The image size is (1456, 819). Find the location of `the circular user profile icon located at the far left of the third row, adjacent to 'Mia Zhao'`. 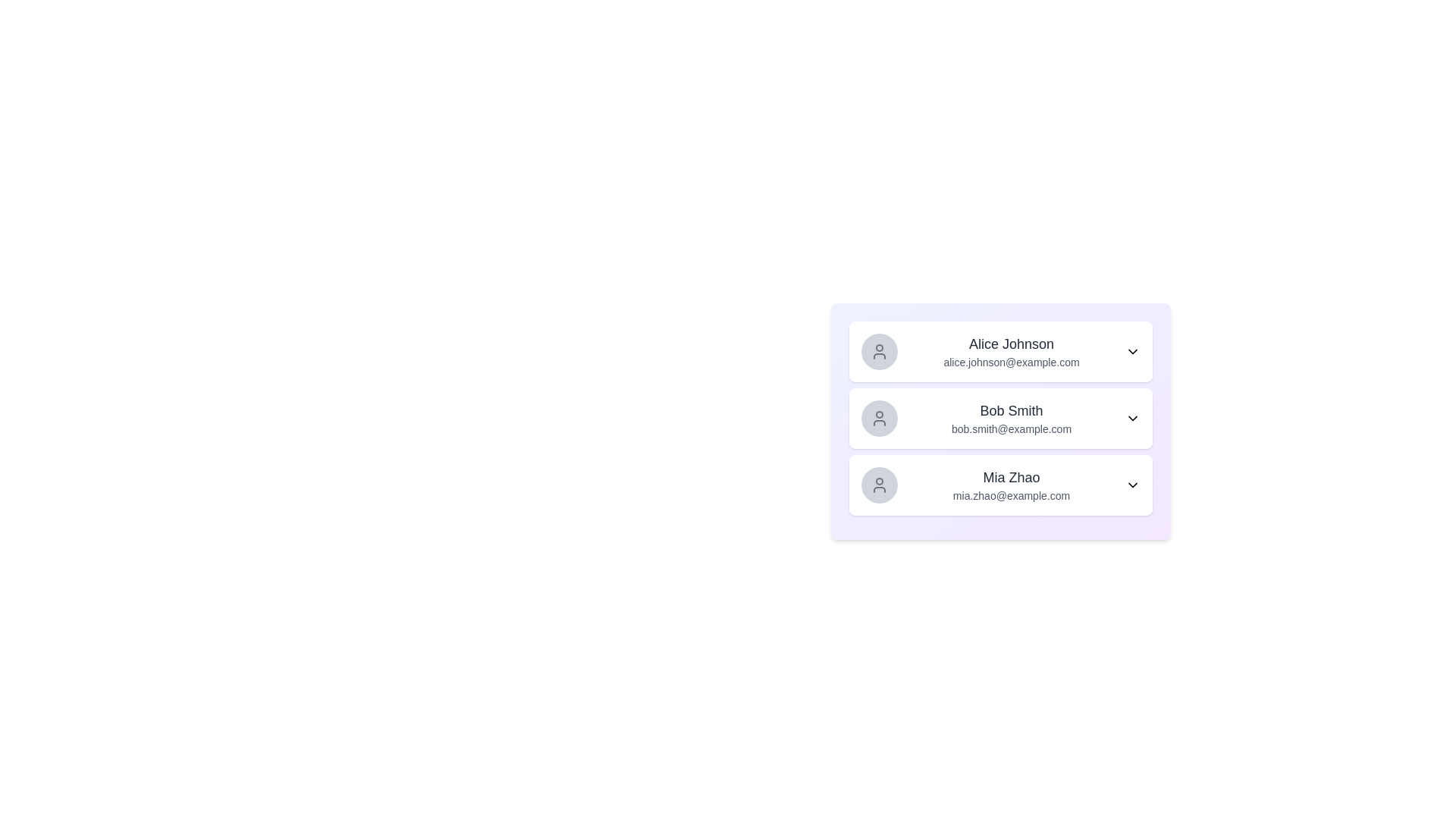

the circular user profile icon located at the far left of the third row, adjacent to 'Mia Zhao' is located at coordinates (880, 485).